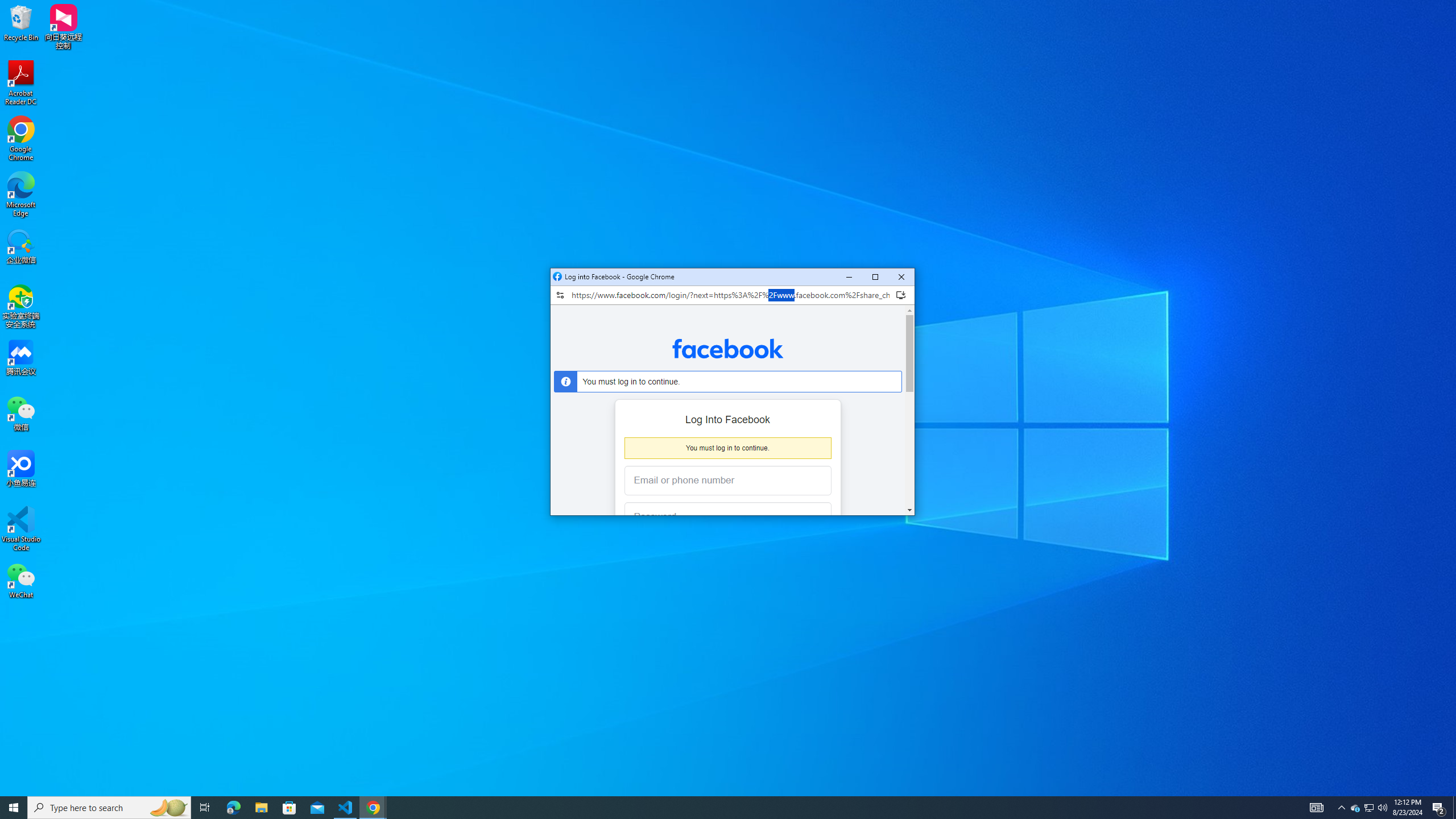 Image resolution: width=1456 pixels, height=819 pixels. Describe the element at coordinates (1381, 806) in the screenshot. I see `'Action Center, 2 new notifications'` at that location.